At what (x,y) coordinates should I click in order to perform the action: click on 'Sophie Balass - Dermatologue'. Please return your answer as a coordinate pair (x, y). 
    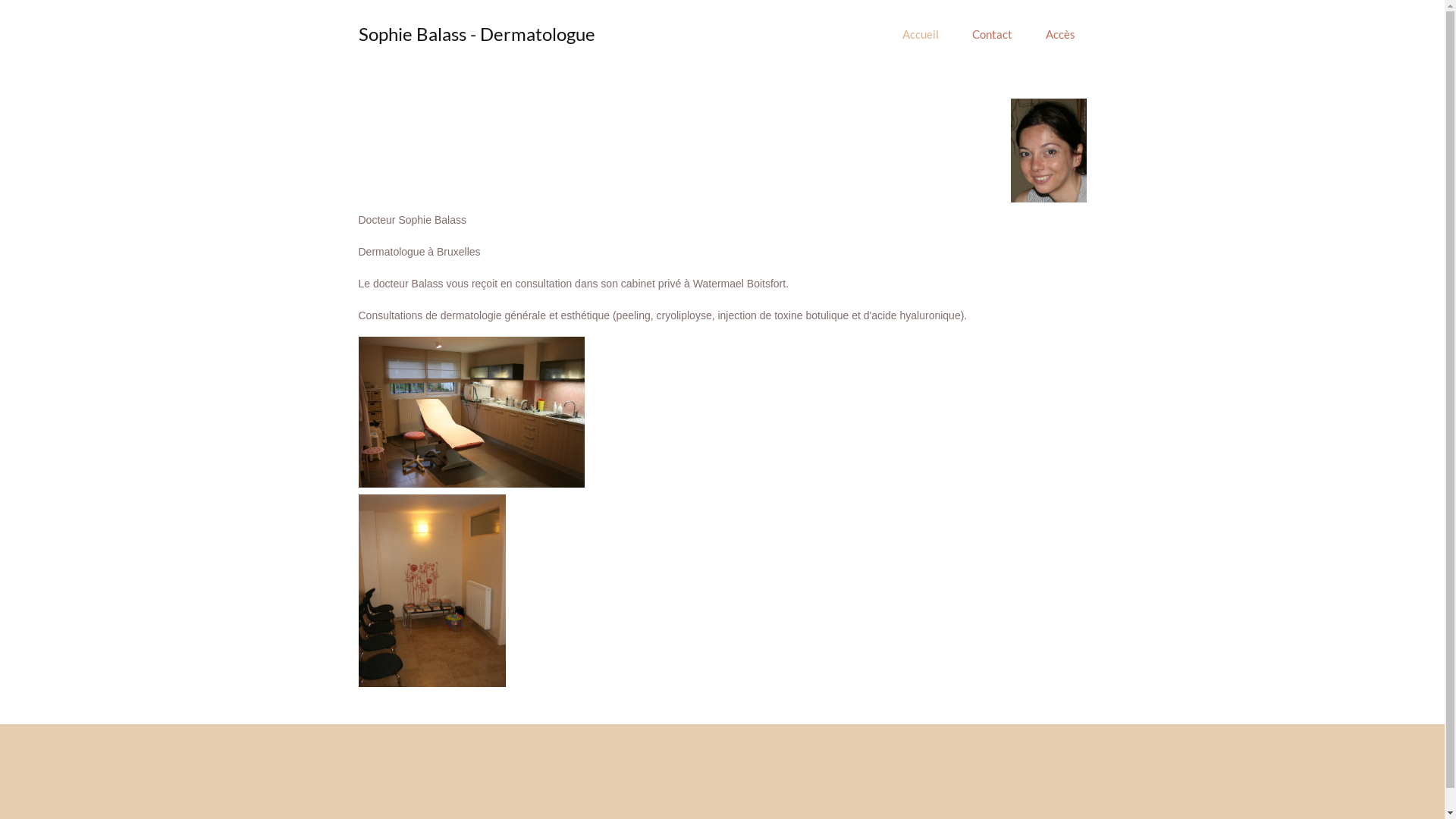
    Looking at the image, I should click on (475, 33).